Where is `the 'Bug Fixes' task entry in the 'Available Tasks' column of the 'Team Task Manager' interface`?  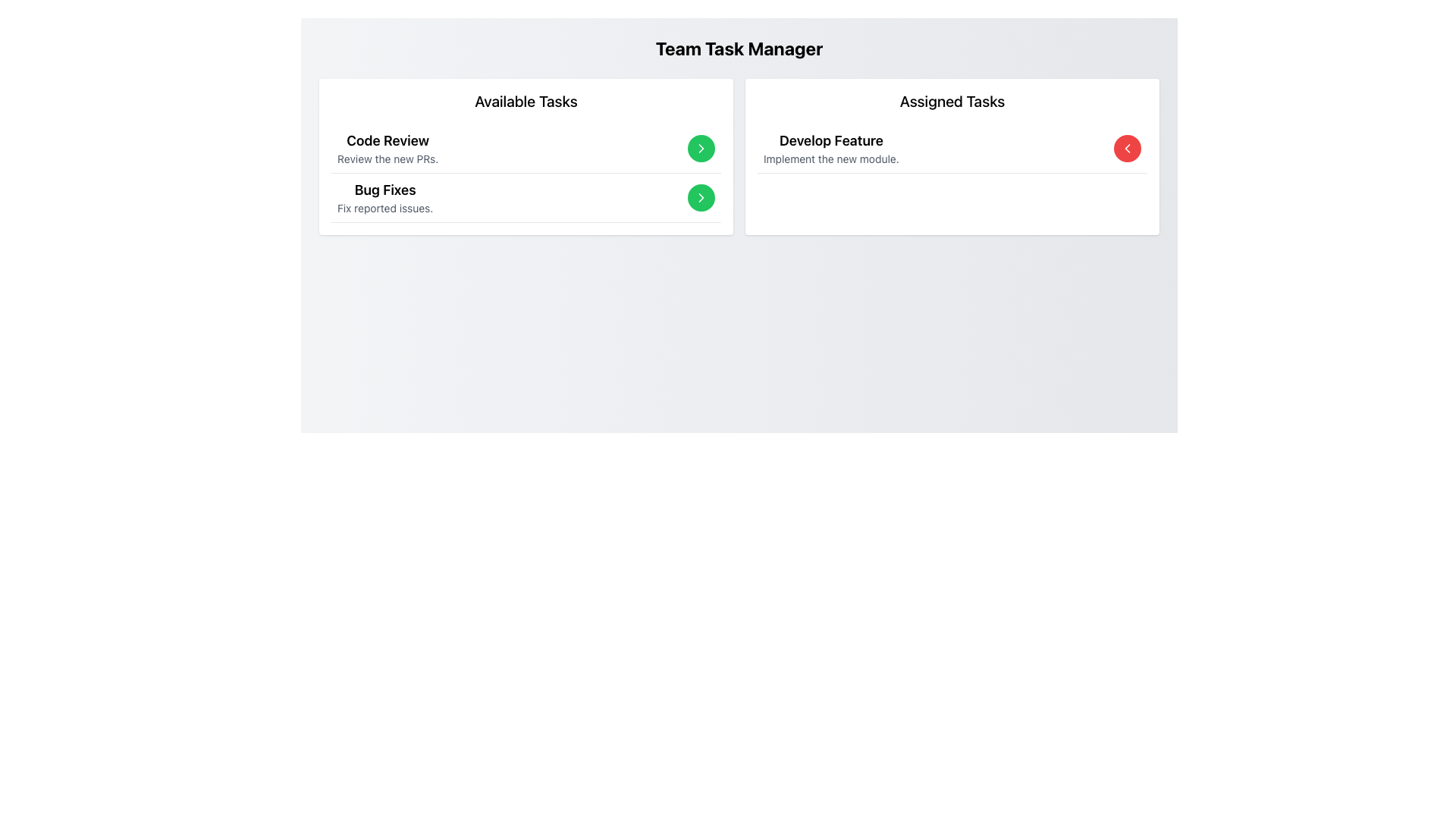 the 'Bug Fixes' task entry in the 'Available Tasks' column of the 'Team Task Manager' interface is located at coordinates (385, 197).